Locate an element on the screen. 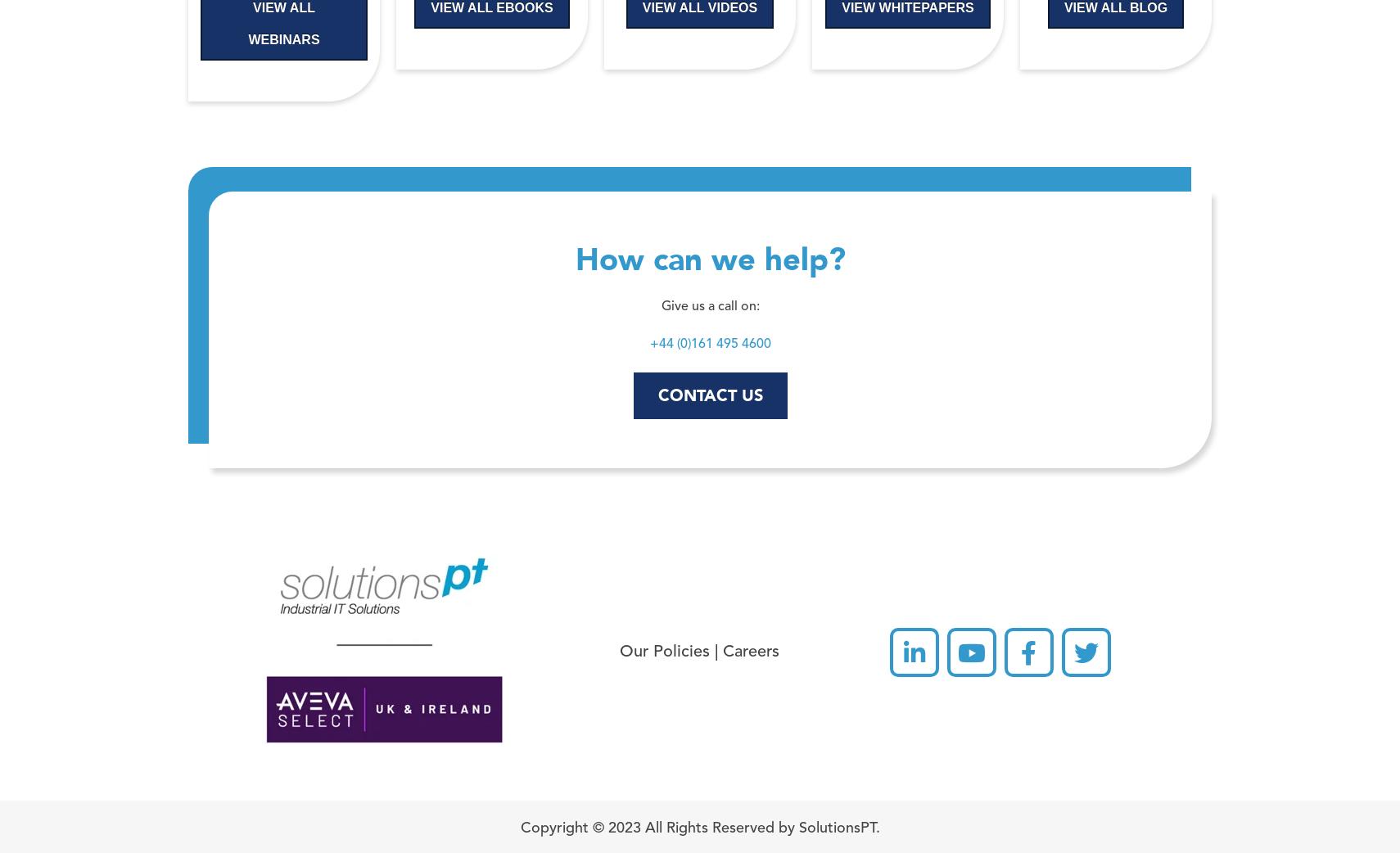 This screenshot has width=1400, height=853. 'View all Ebooks' is located at coordinates (491, 6).